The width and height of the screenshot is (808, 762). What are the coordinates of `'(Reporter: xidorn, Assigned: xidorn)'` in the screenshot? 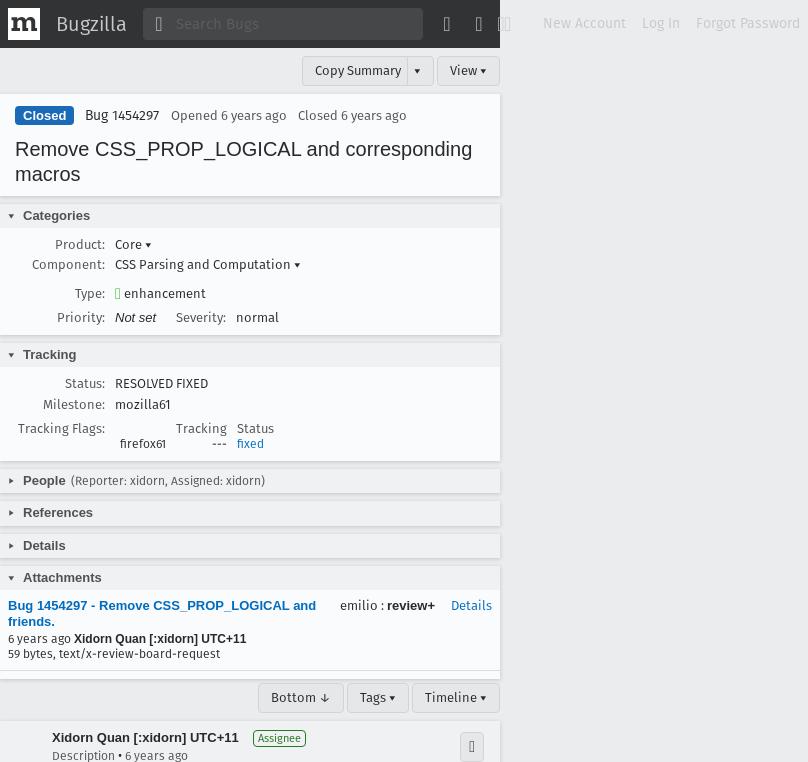 It's located at (69, 480).